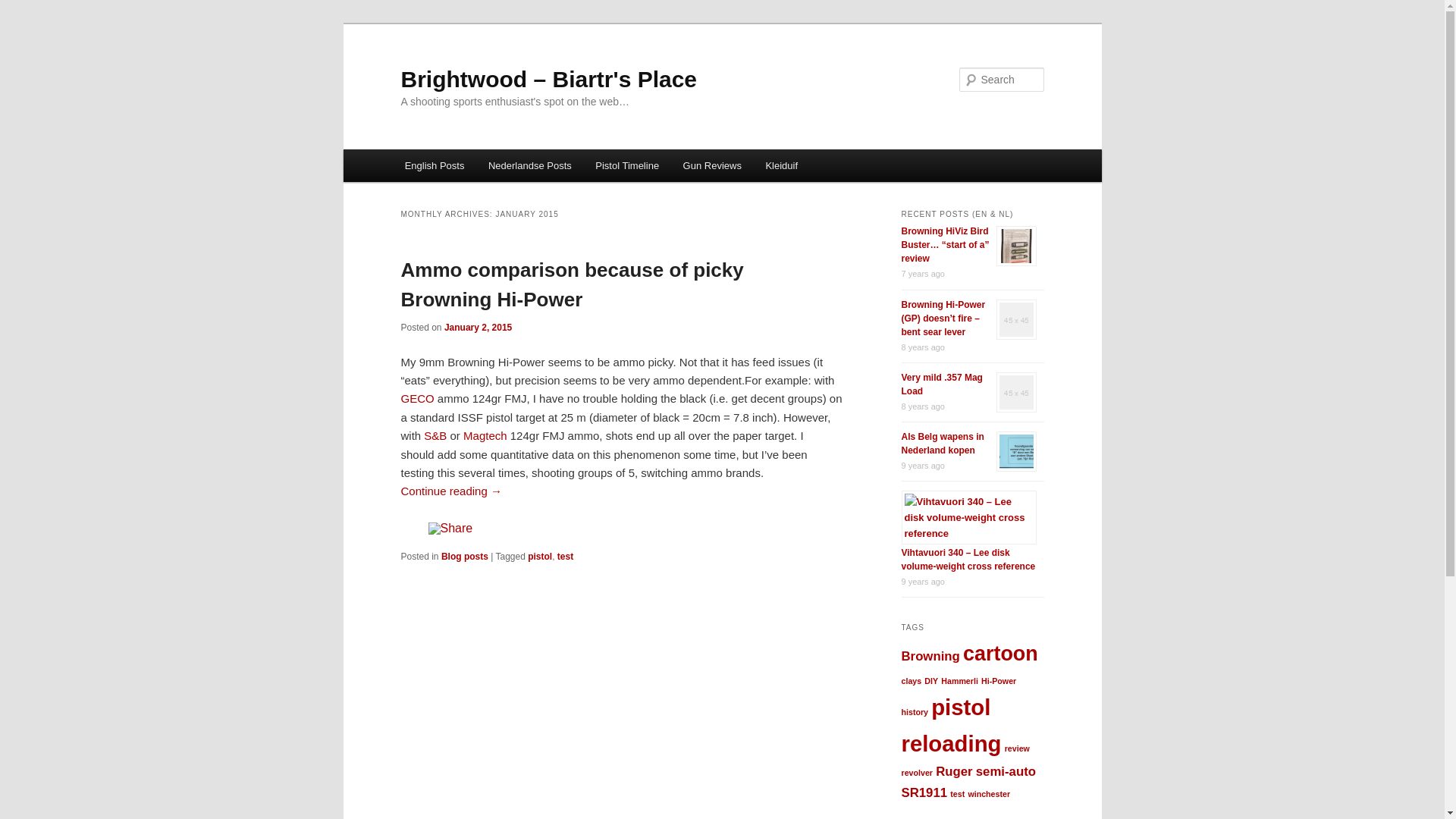 The image size is (1456, 819). What do you see at coordinates (440, 556) in the screenshot?
I see `'Blog posts'` at bounding box center [440, 556].